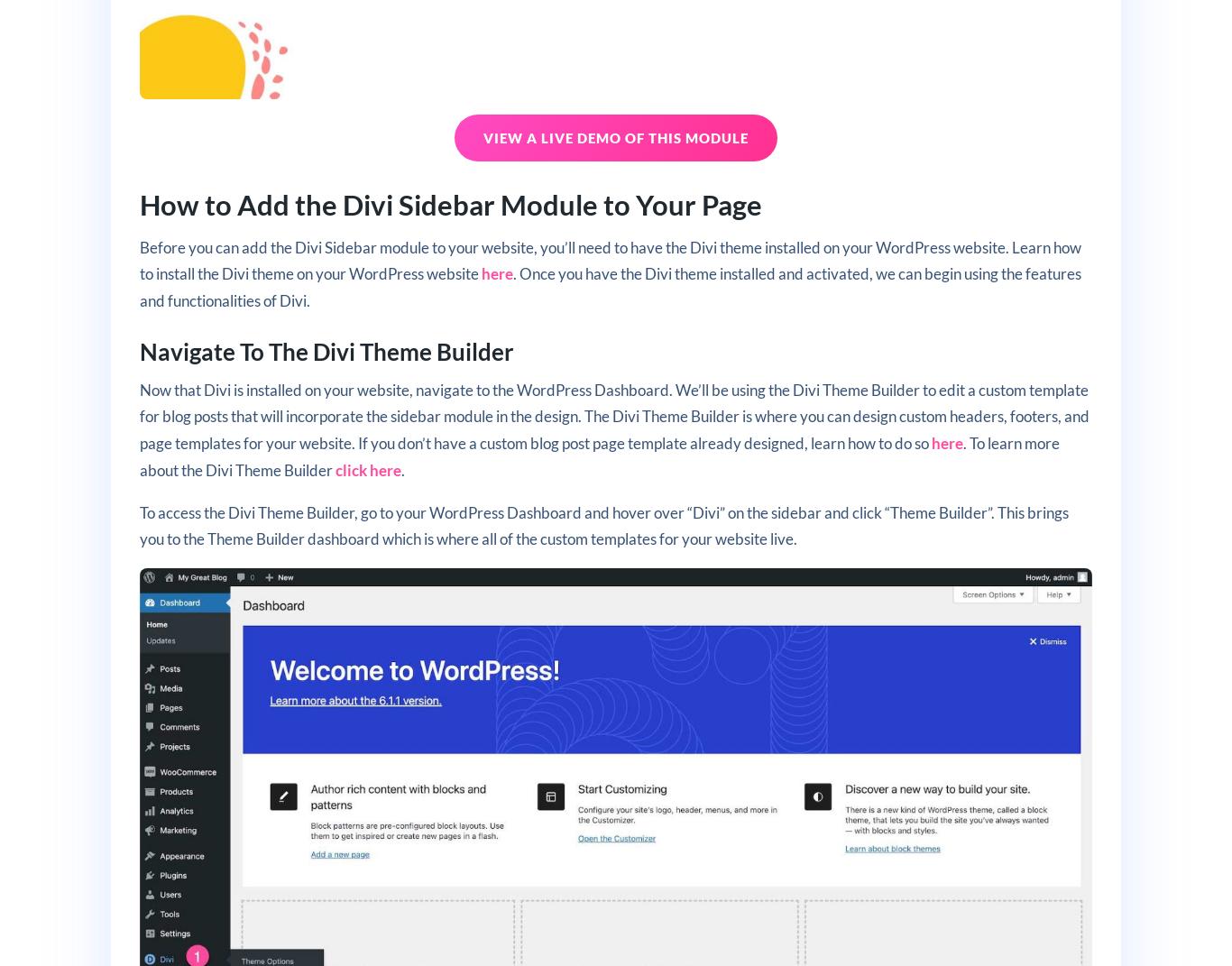  What do you see at coordinates (400, 468) in the screenshot?
I see `'.'` at bounding box center [400, 468].